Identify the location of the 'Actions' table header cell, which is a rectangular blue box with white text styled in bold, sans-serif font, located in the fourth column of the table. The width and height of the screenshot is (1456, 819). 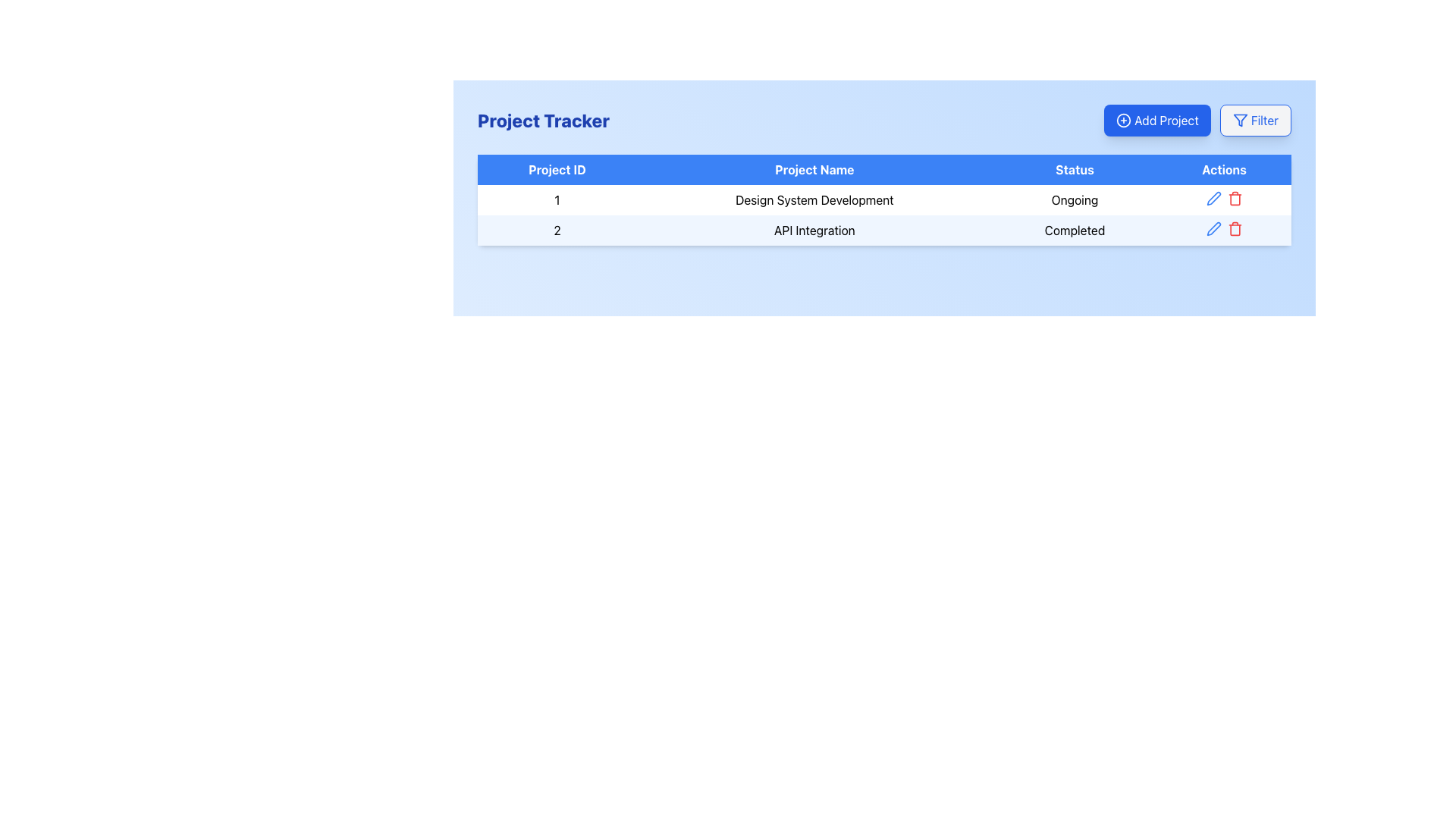
(1224, 169).